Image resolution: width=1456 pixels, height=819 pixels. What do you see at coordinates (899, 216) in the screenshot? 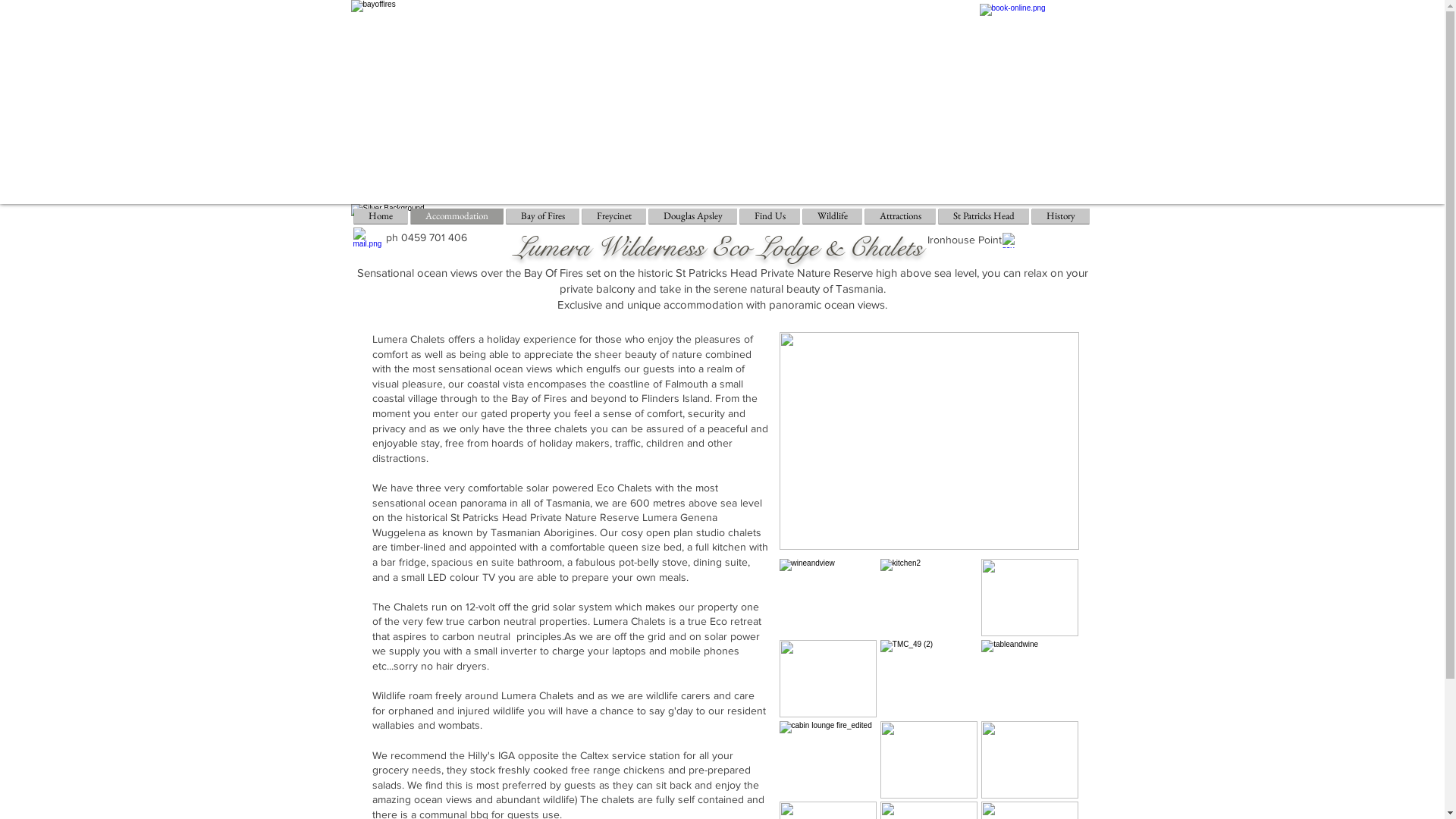
I see `'Attractions'` at bounding box center [899, 216].